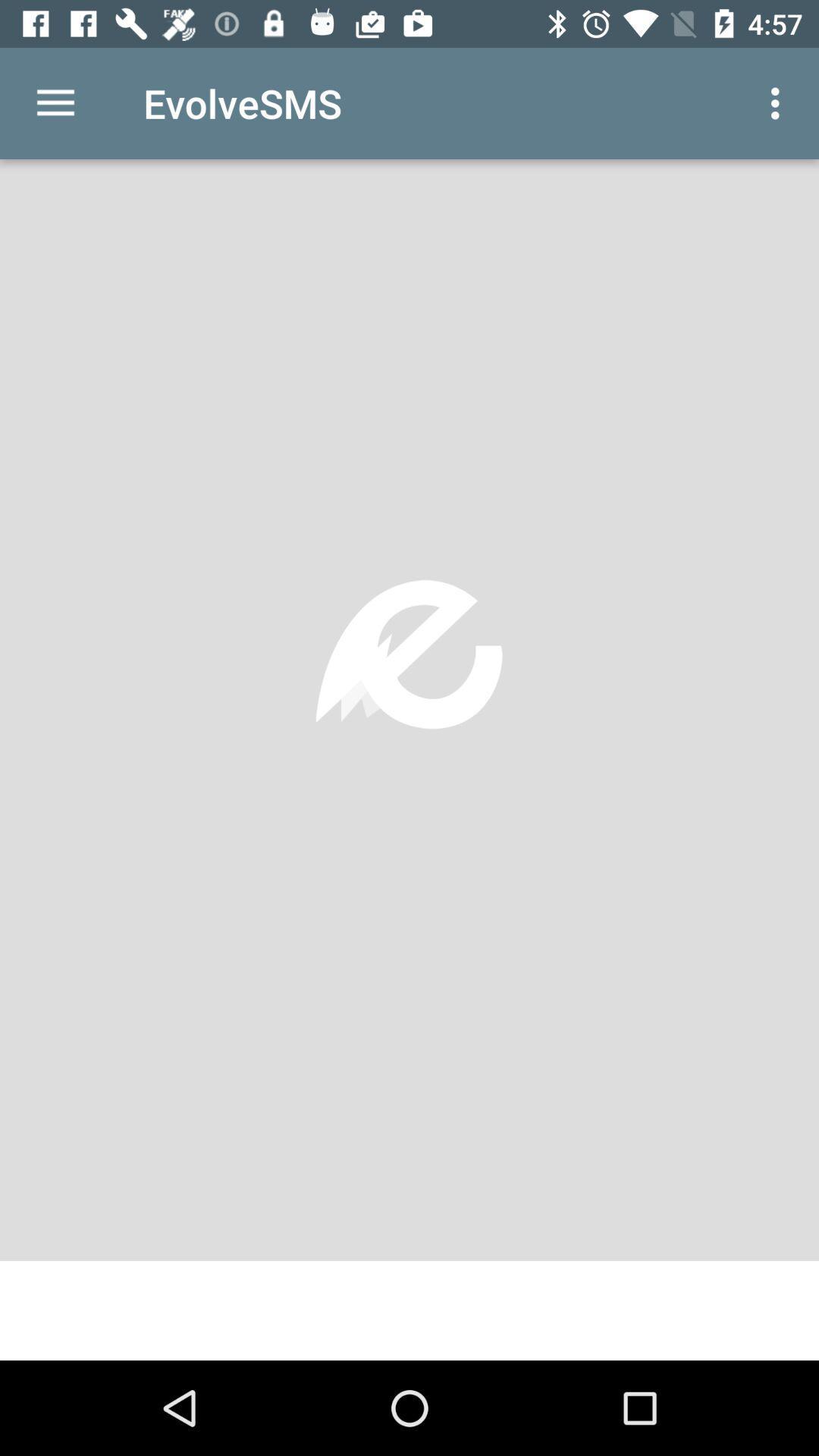 Image resolution: width=819 pixels, height=1456 pixels. What do you see at coordinates (55, 102) in the screenshot?
I see `the icon to the left of evolvesms icon` at bounding box center [55, 102].